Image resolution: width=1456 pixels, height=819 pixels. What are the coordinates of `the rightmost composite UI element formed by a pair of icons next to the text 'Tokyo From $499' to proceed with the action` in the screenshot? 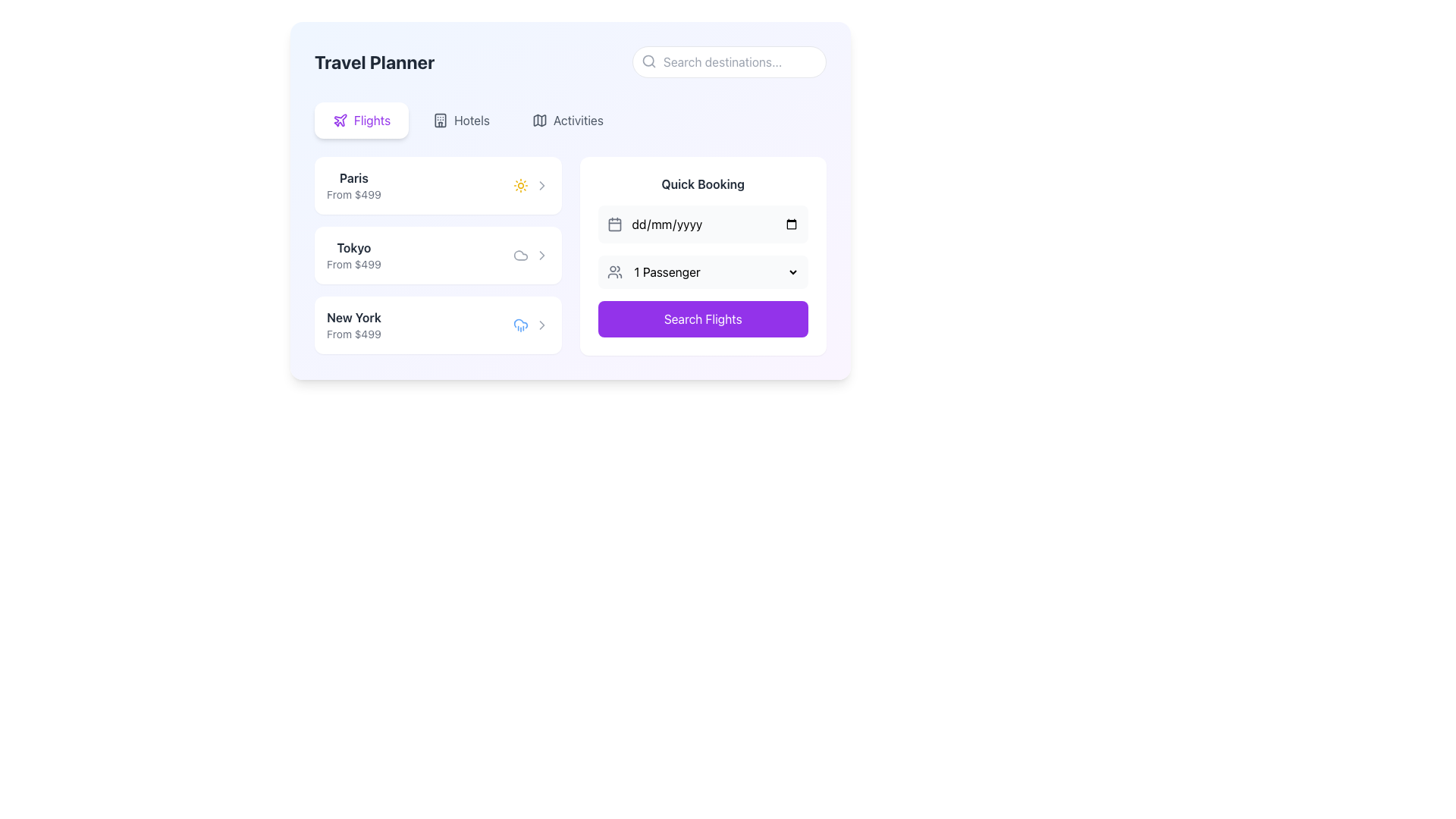 It's located at (531, 254).